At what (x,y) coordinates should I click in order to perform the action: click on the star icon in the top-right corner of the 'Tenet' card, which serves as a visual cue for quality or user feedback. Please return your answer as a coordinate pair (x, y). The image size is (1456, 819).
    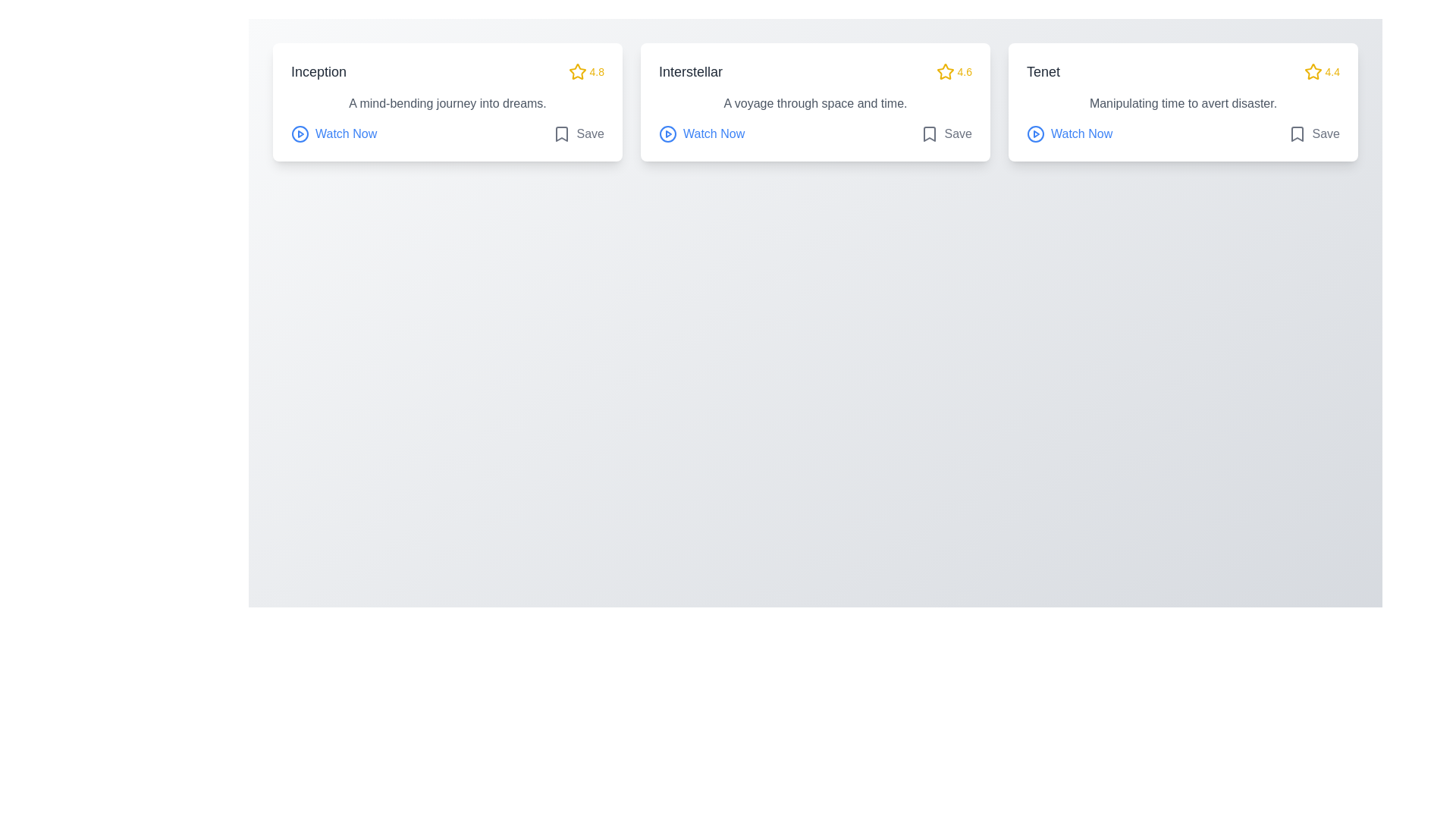
    Looking at the image, I should click on (1312, 72).